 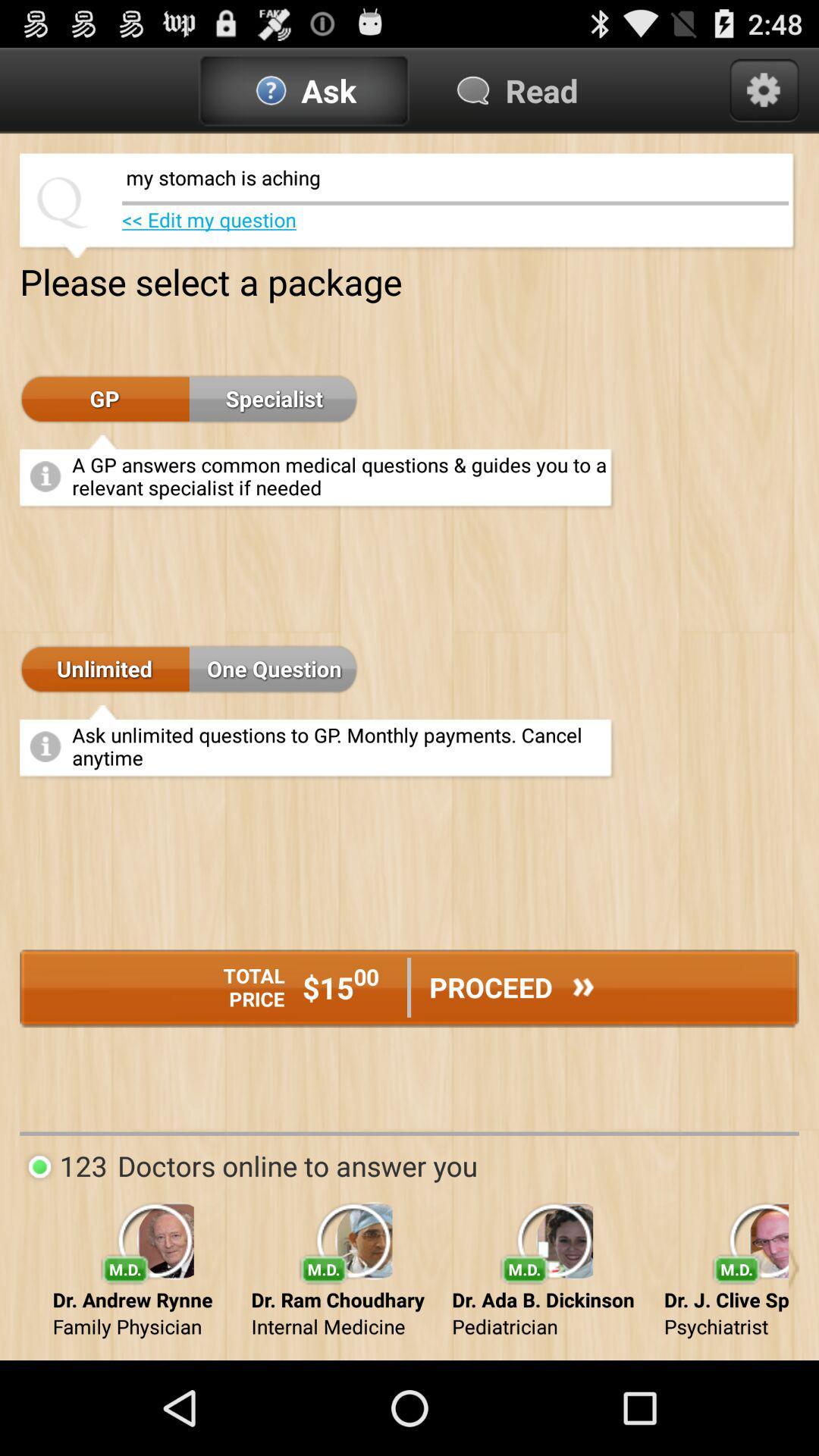 I want to click on the << edit my question item, so click(x=209, y=218).